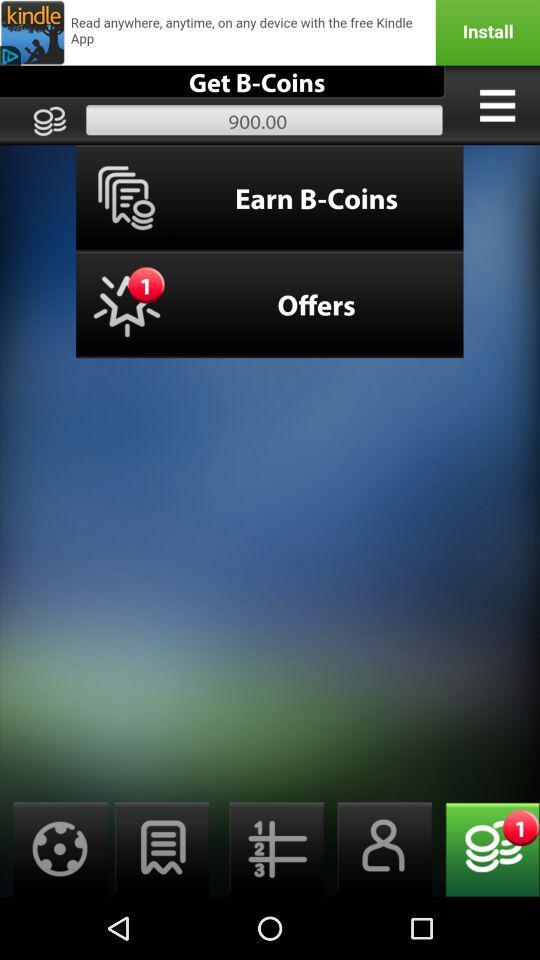  Describe the element at coordinates (496, 105) in the screenshot. I see `switch to menu option` at that location.